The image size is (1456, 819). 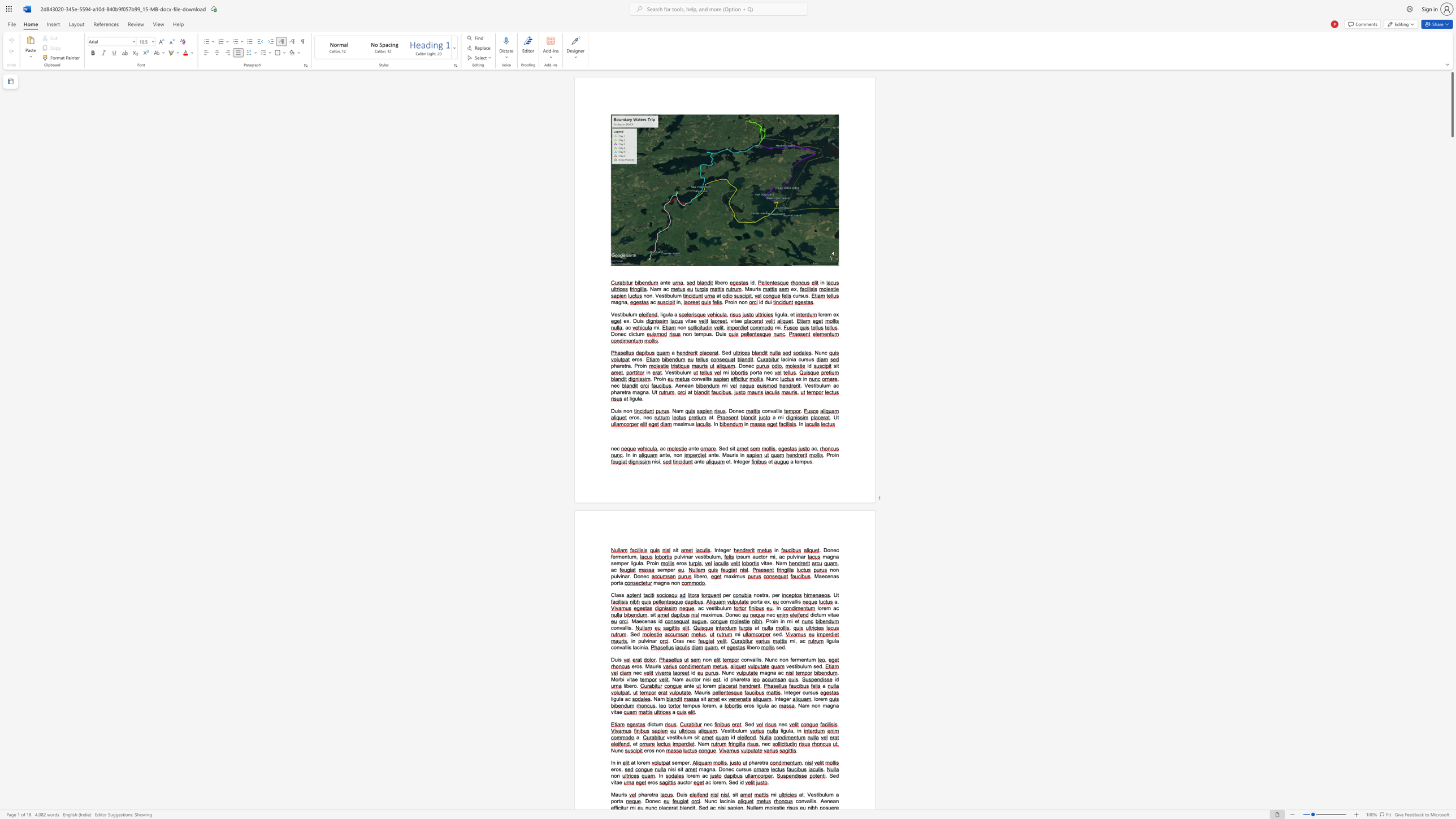 What do you see at coordinates (689, 775) in the screenshot?
I see `the 1th character "o" in the text` at bounding box center [689, 775].